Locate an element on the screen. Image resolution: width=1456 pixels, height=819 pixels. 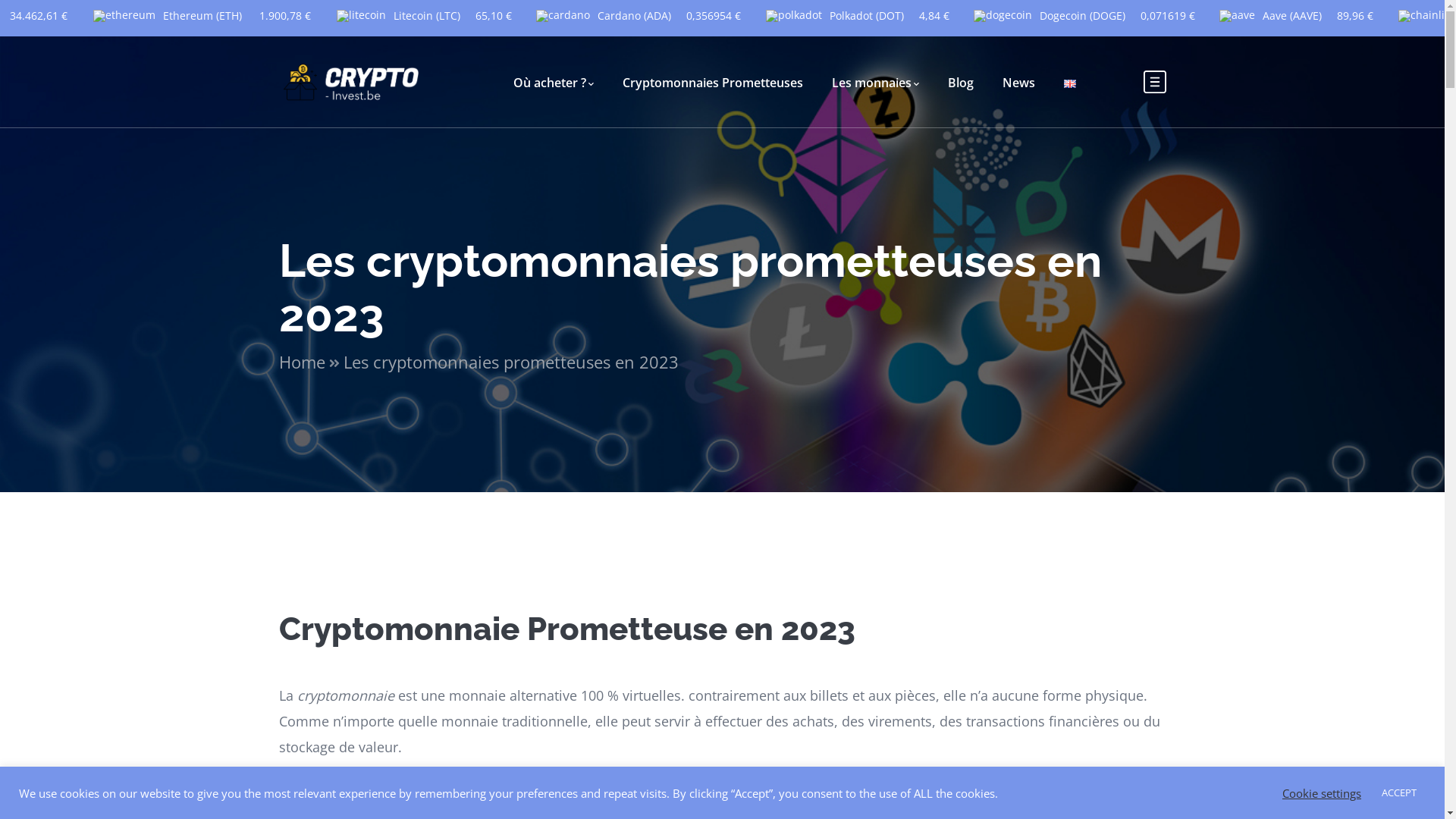
'ACCEPT' is located at coordinates (1398, 792).